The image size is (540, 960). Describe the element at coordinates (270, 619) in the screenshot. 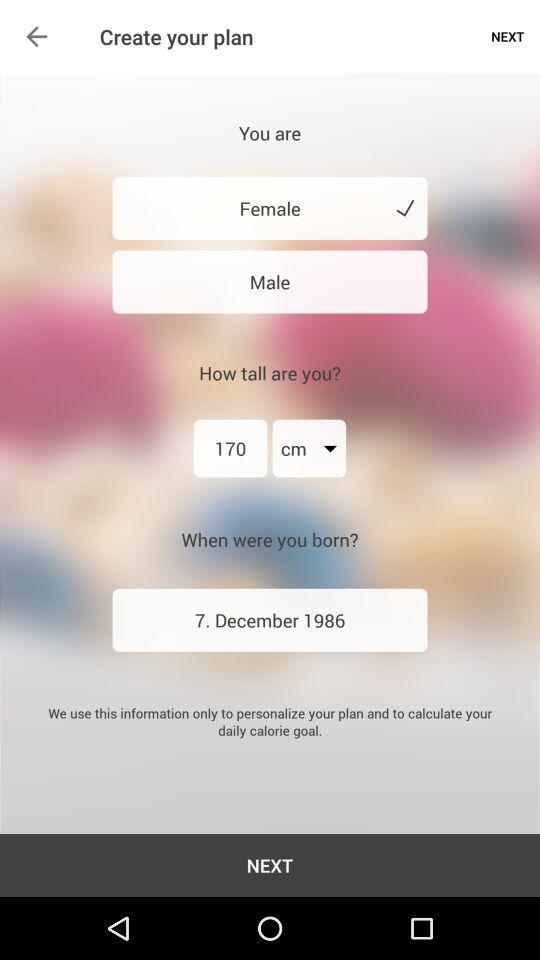

I see `the item above we use this` at that location.